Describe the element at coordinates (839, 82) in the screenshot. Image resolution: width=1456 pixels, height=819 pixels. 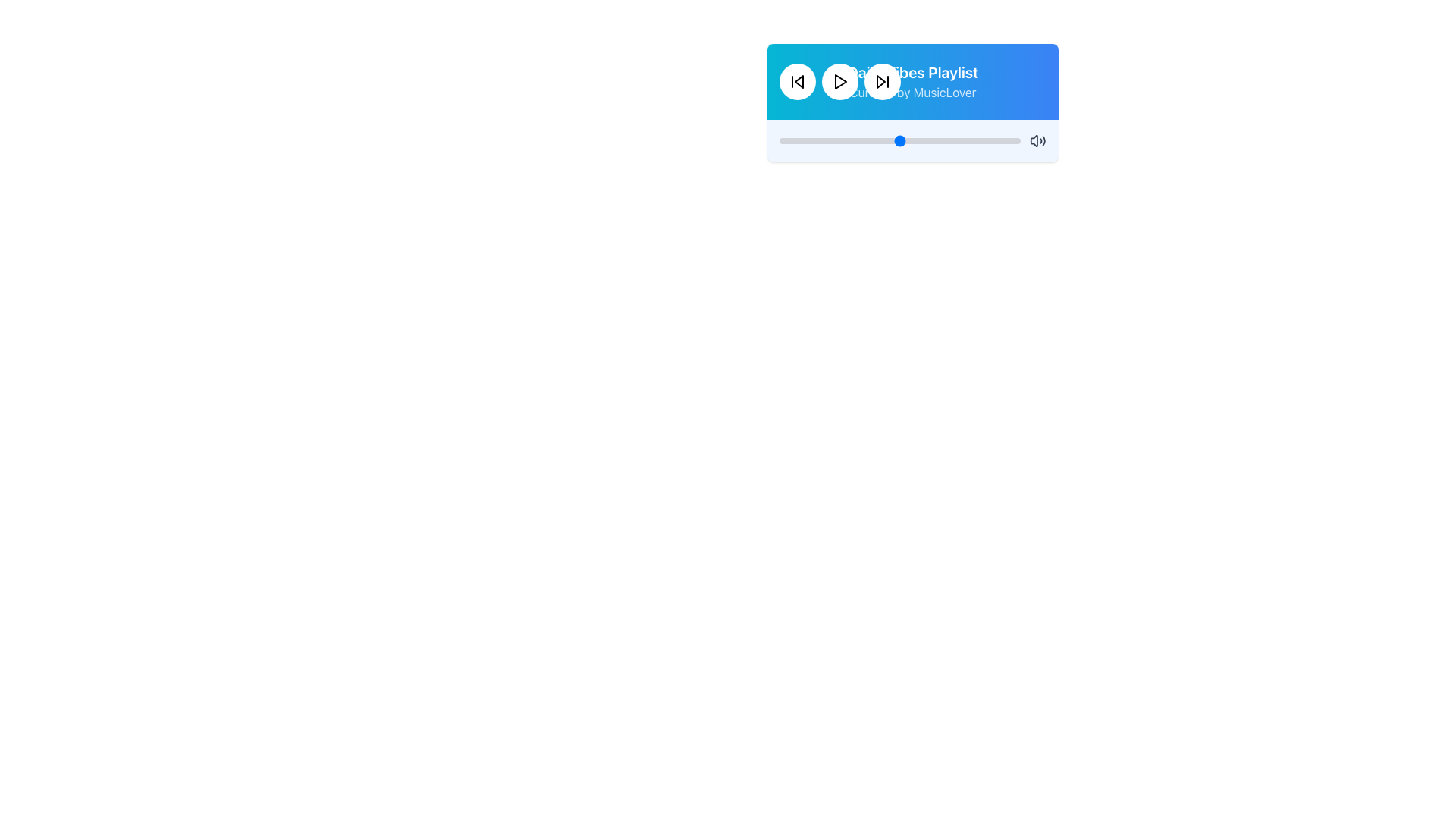
I see `the centrally positioned play button in the top-middle section of the player interface` at that location.